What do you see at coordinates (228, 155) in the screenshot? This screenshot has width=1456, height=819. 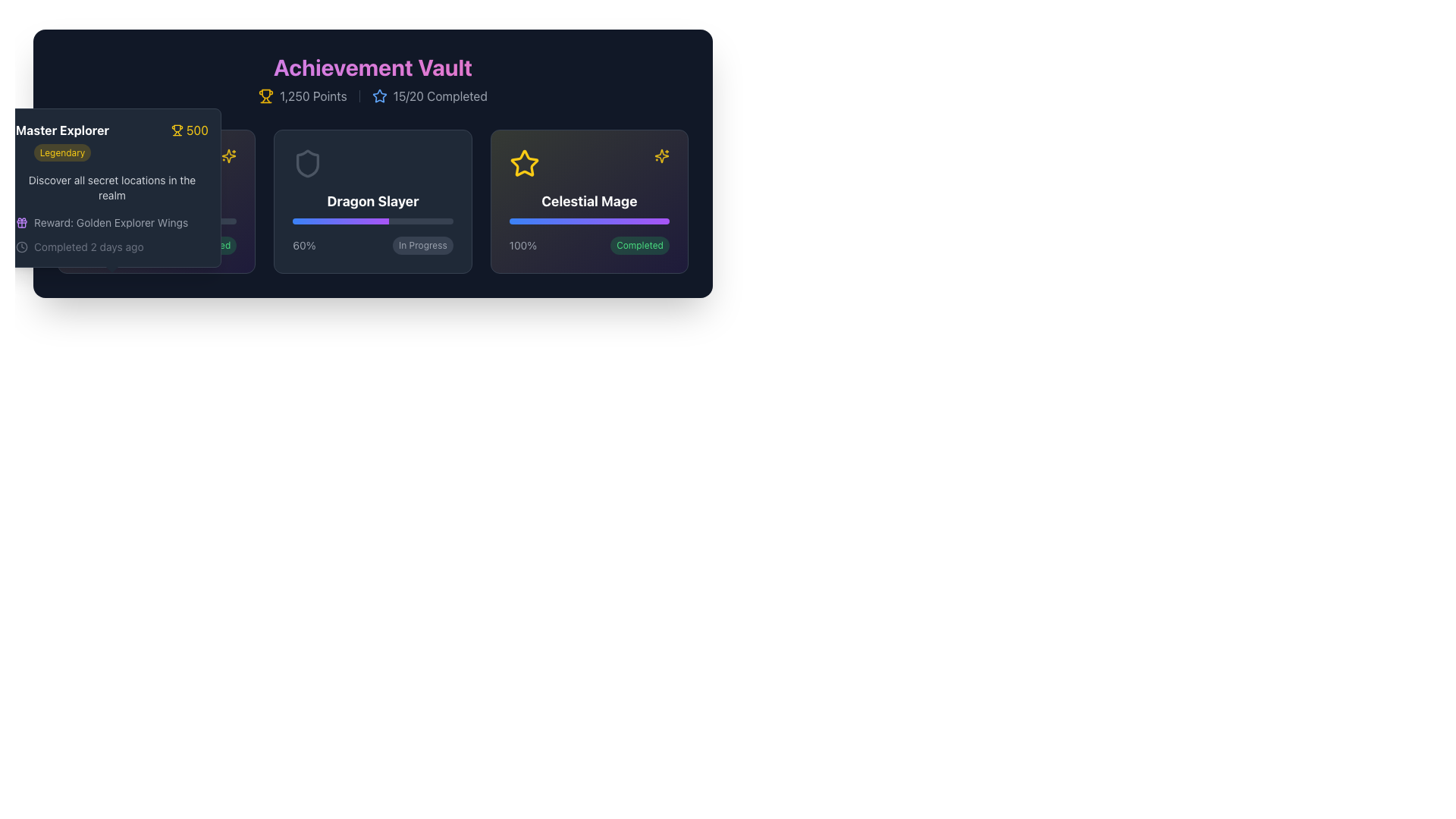 I see `the small yellow star-shaped icon with a glowing effect located beside the 'Celestial Mage' text in the 'Achievement Vault' section` at bounding box center [228, 155].